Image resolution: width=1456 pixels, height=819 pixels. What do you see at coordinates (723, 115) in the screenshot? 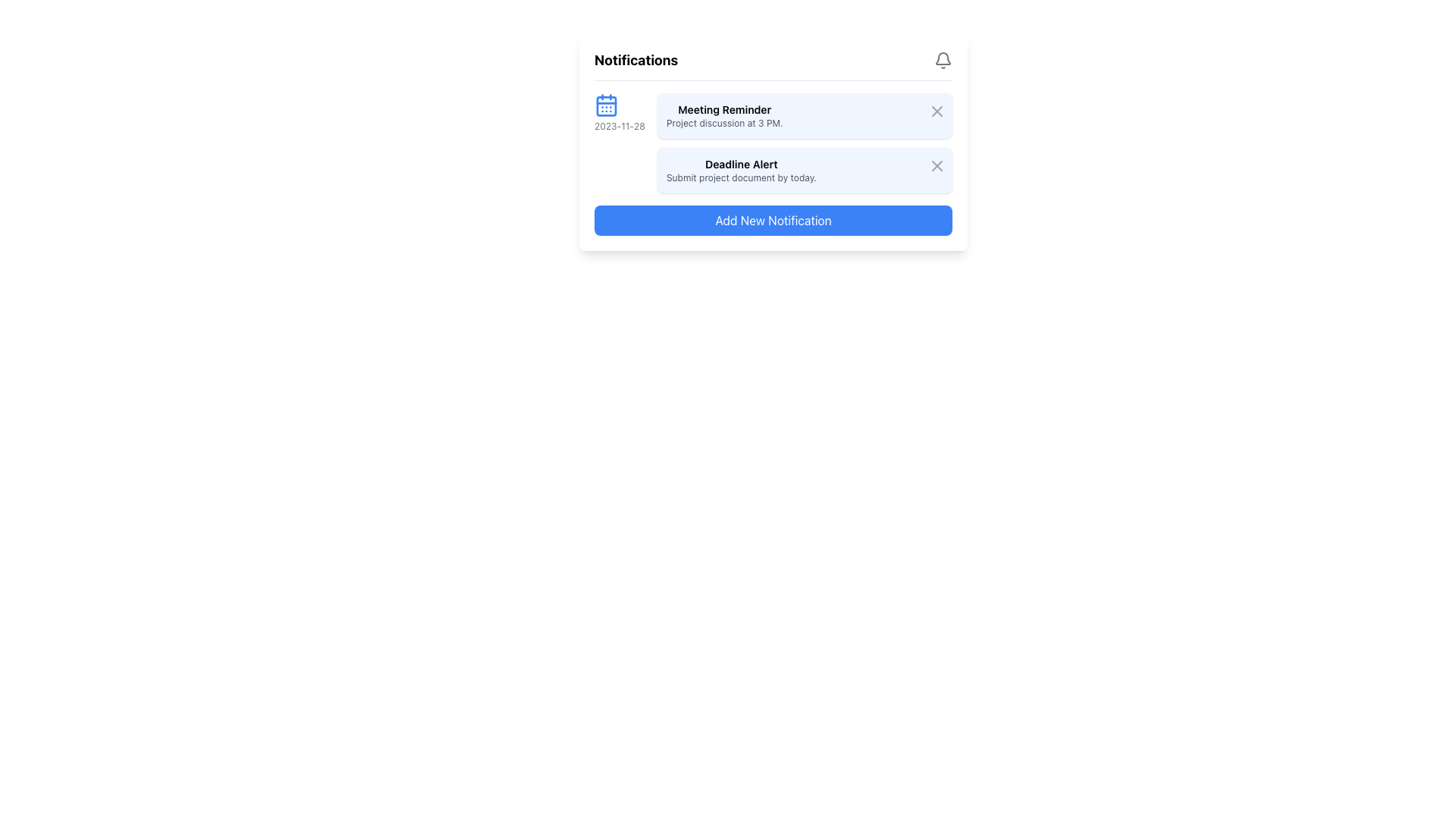
I see `notification details of the first notification in the notification list, which displays a bold title 'Meeting Reminder' and lighter-text details saying 'Project discussion at 3 PM.'` at bounding box center [723, 115].